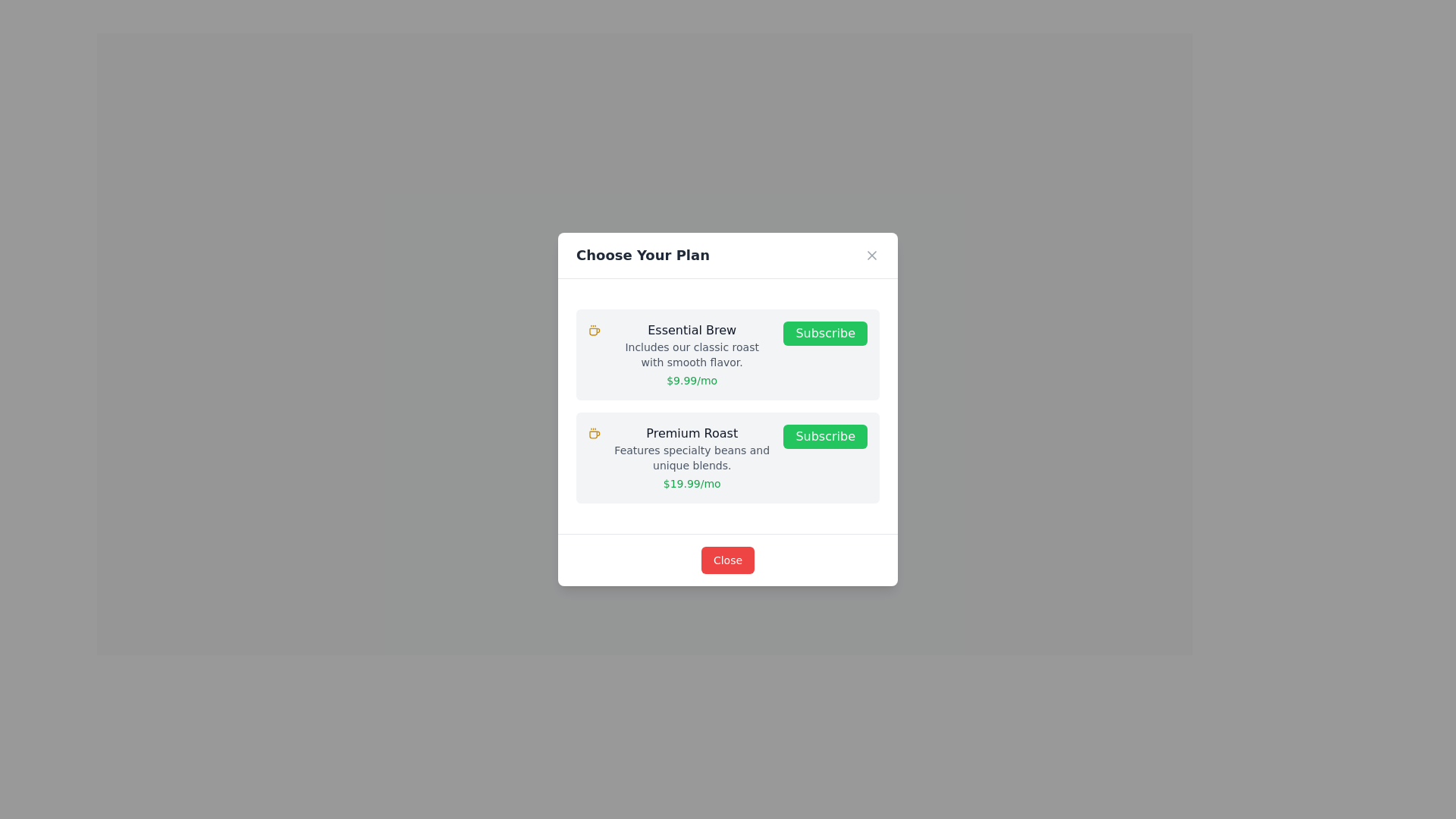 Image resolution: width=1456 pixels, height=819 pixels. Describe the element at coordinates (691, 457) in the screenshot. I see `the text label that says 'Features specialty beans and unique blends.', which is styled in gray and located below the bold text 'Premium Roast'` at that location.